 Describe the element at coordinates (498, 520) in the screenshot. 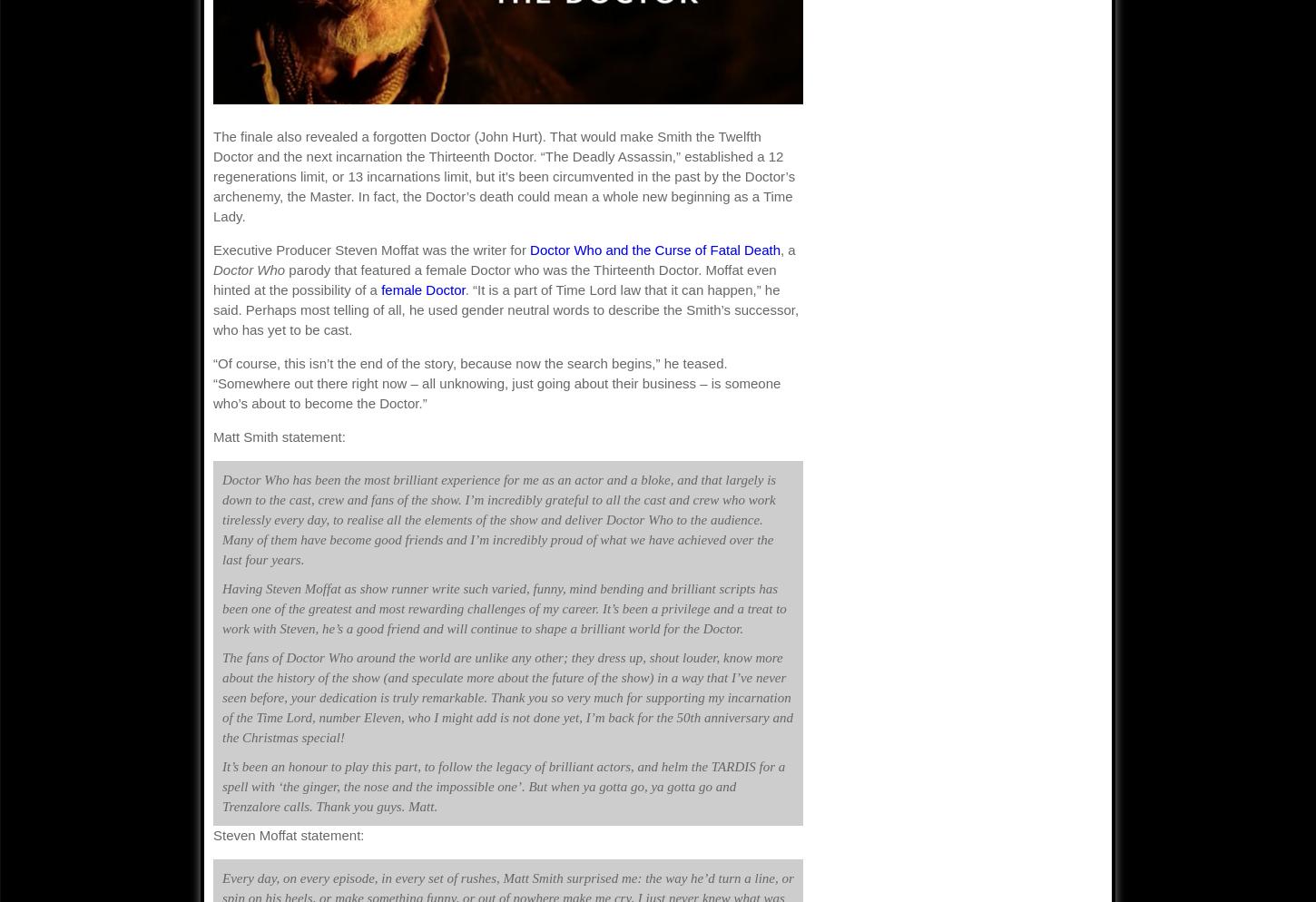

I see `'Doctor Who has been the most brilliant experience for me as an actor and a bloke, and that largely is down to the cast, crew and fans of the show. I’m incredibly grateful to all the cast and crew who work tirelessly every day, to realise all the elements of the show and deliver Doctor Who to the audience. Many of them have become good friends and I’m incredibly proud of what we have achieved over the last four years.'` at that location.